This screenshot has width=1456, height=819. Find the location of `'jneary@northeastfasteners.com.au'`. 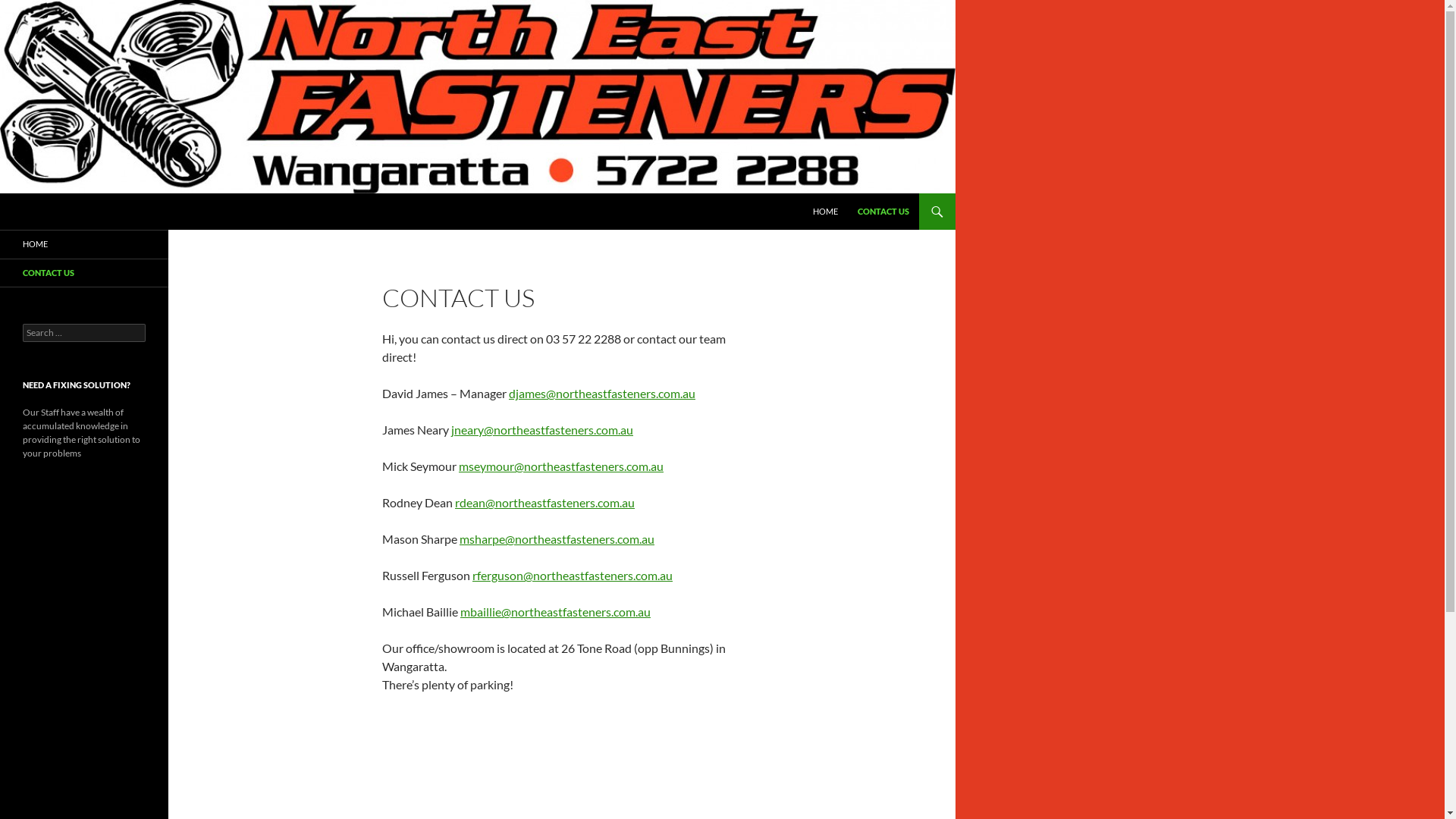

'jneary@northeastfasteners.com.au' is located at coordinates (542, 429).